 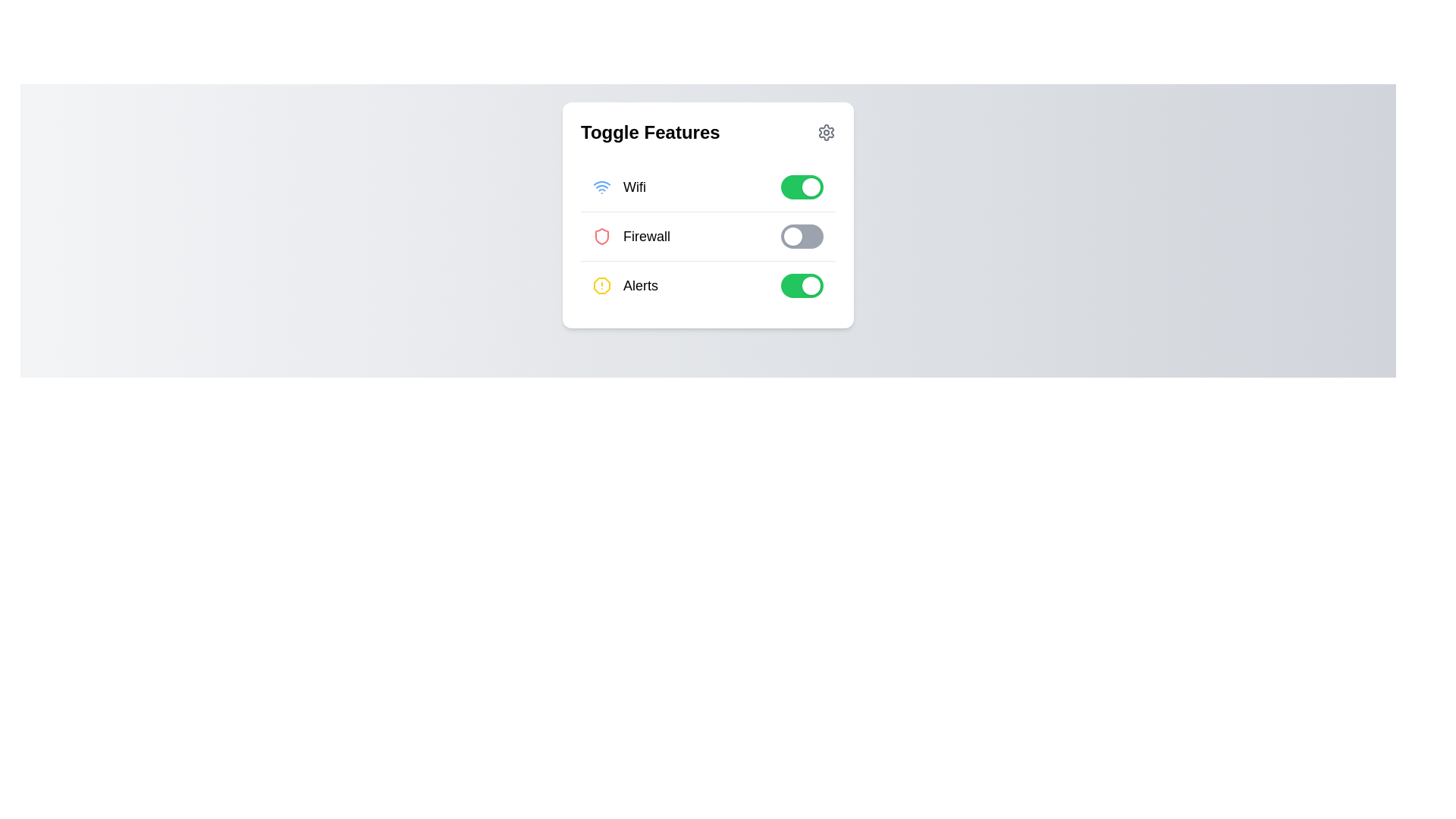 I want to click on the text label displaying 'Firewall', which is the second label in a vertically-arranged list of features in the feature configuration UI, located next to a red shield icon and followed by 'Alerts', so click(x=647, y=237).